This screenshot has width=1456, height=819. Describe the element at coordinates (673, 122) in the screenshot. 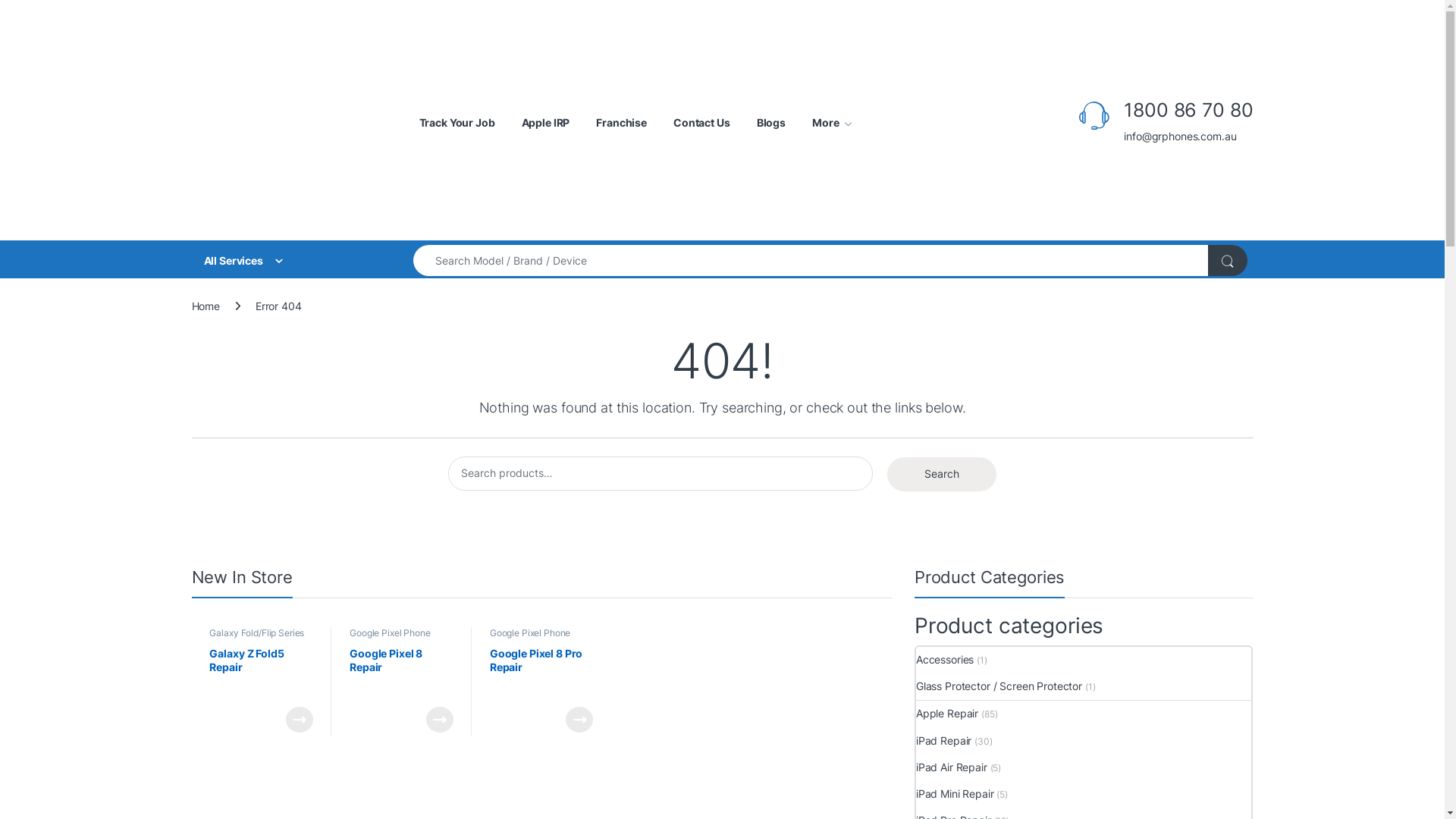

I see `'Contact Us'` at that location.